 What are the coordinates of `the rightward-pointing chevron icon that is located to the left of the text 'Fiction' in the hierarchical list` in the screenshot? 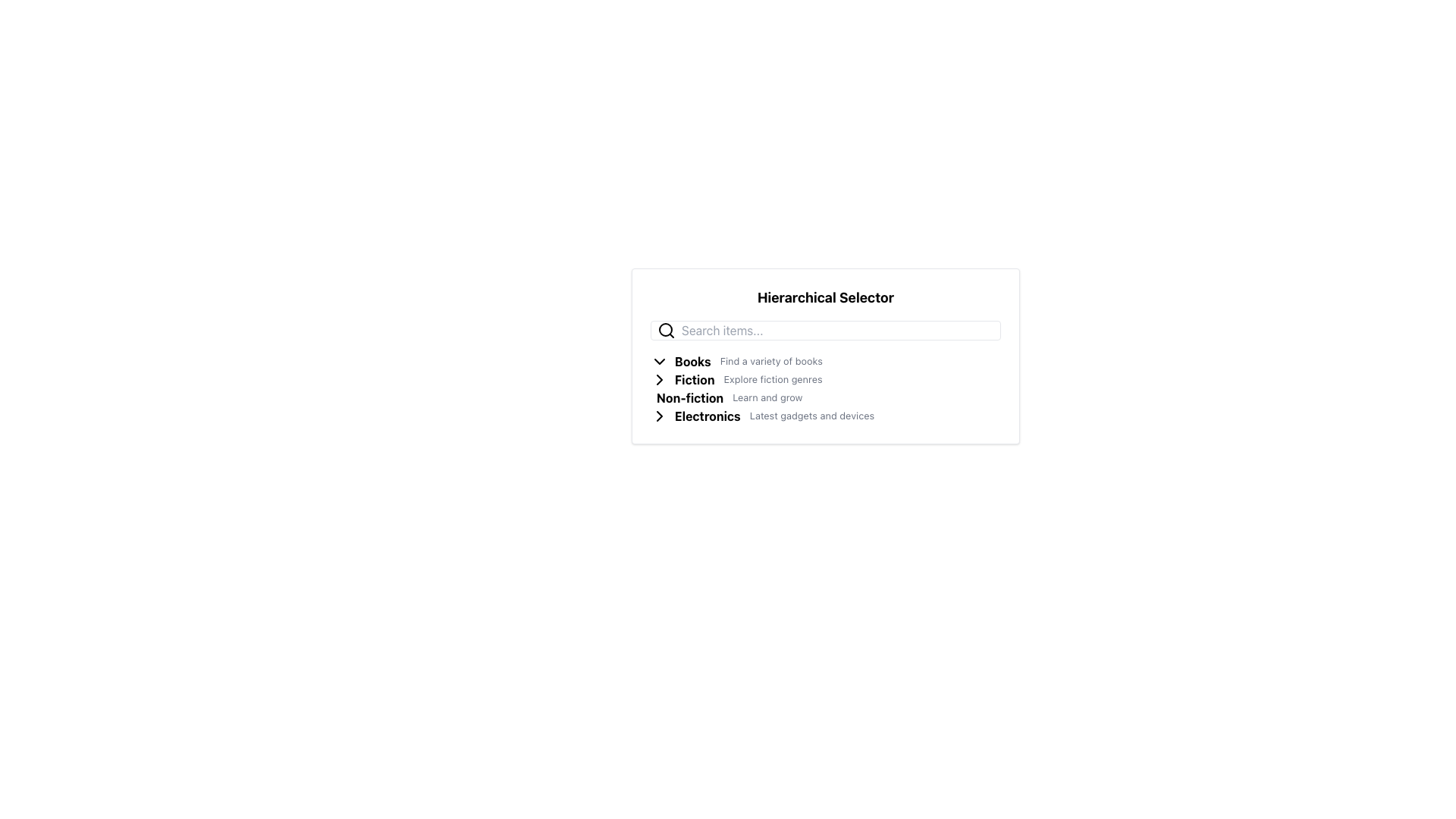 It's located at (659, 379).